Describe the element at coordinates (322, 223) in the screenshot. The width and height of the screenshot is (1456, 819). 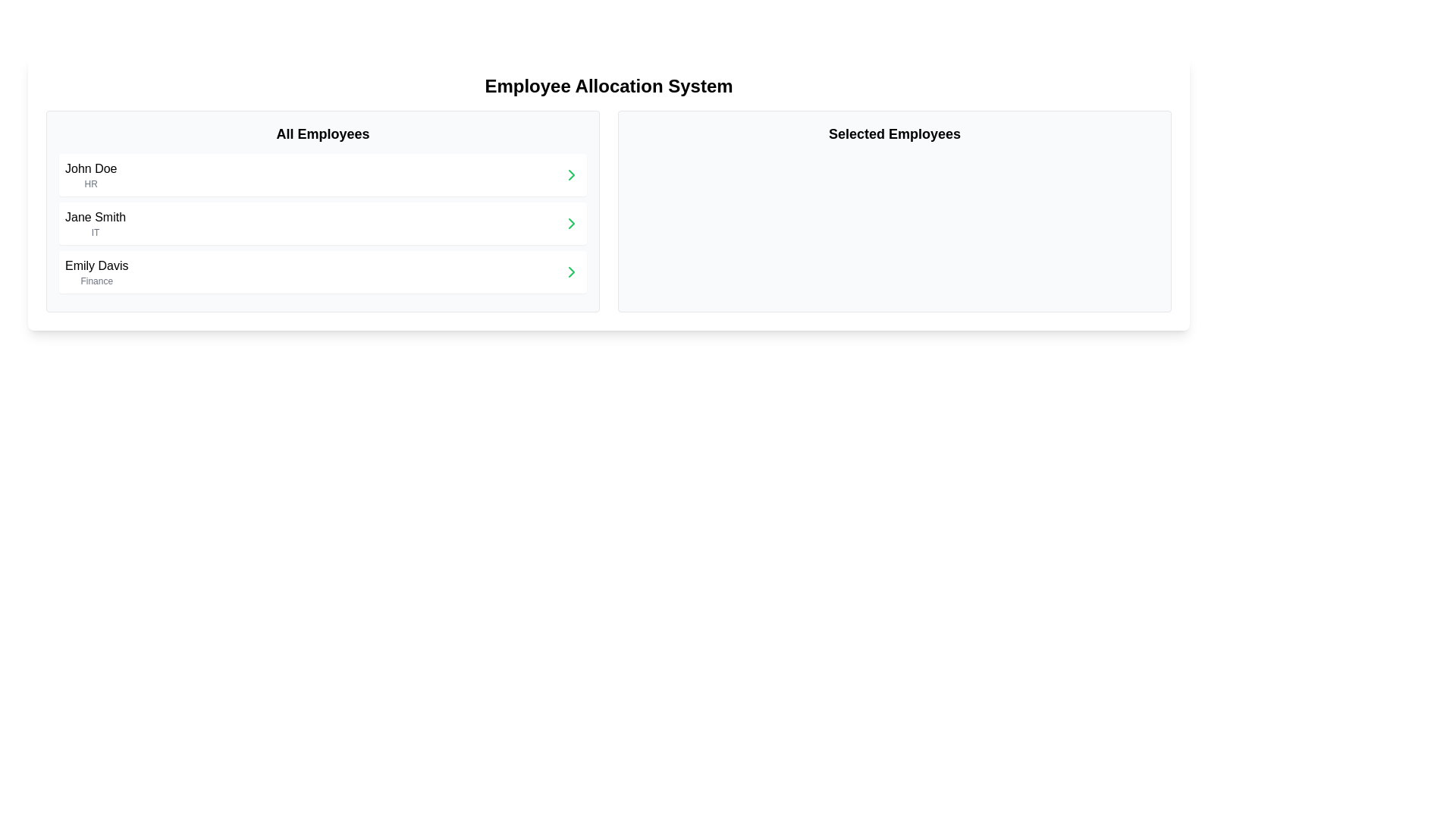
I see `the list item containing 'Jane Smith' in the 'All Employees' section` at that location.